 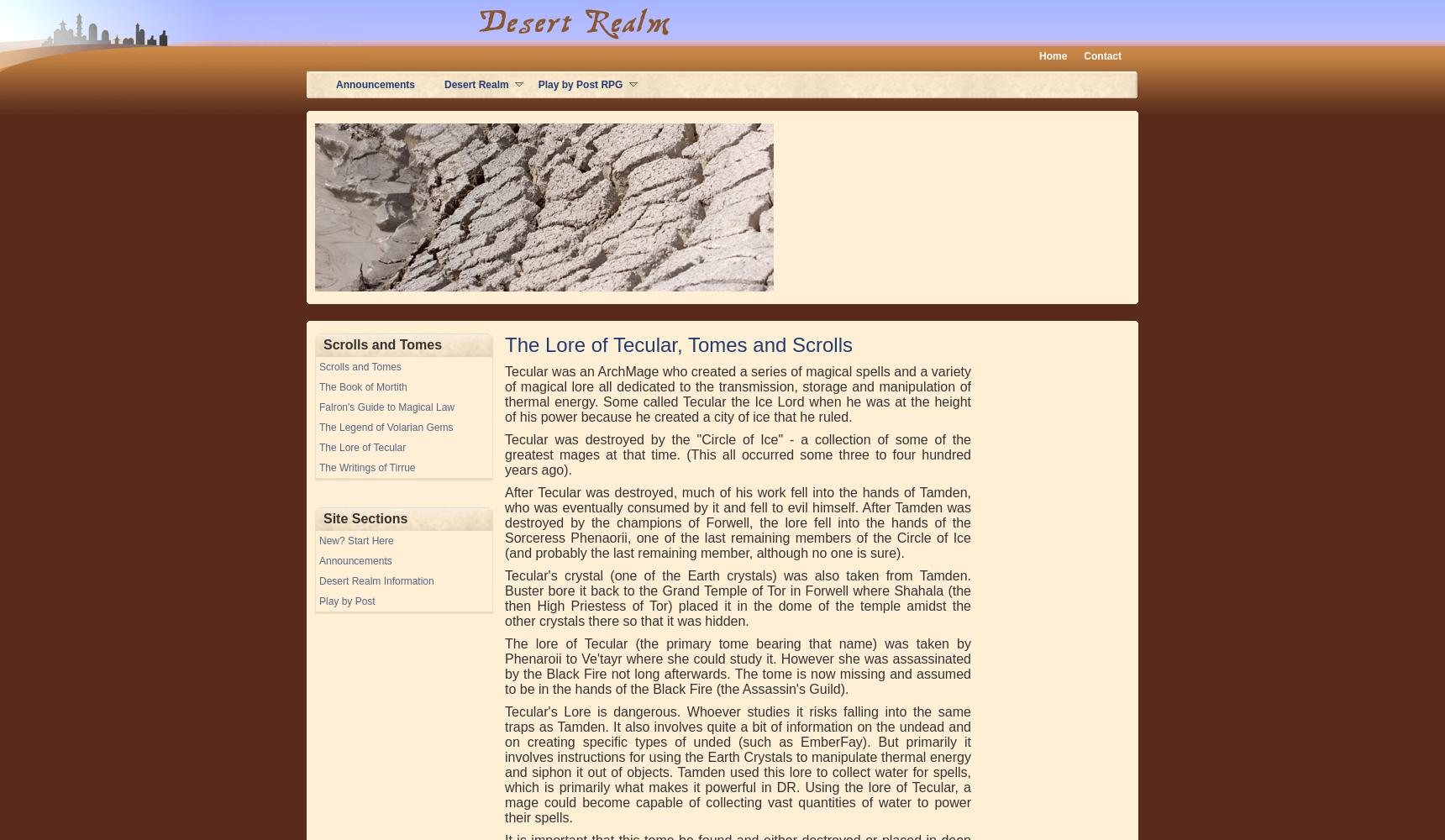 I want to click on 'Deities and Priesthoods', so click(x=384, y=110).